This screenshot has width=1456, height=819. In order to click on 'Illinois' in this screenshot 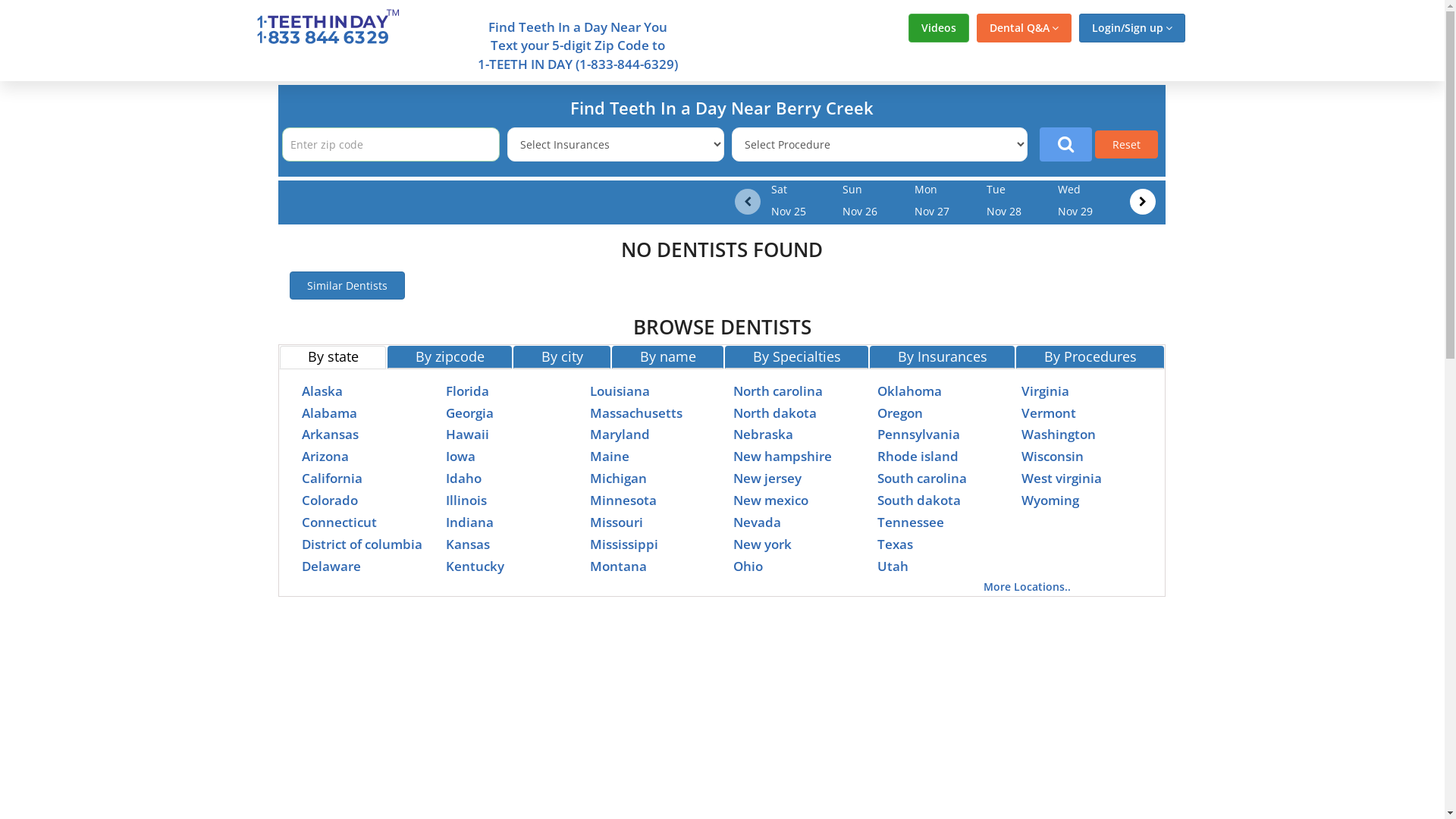, I will do `click(465, 500)`.